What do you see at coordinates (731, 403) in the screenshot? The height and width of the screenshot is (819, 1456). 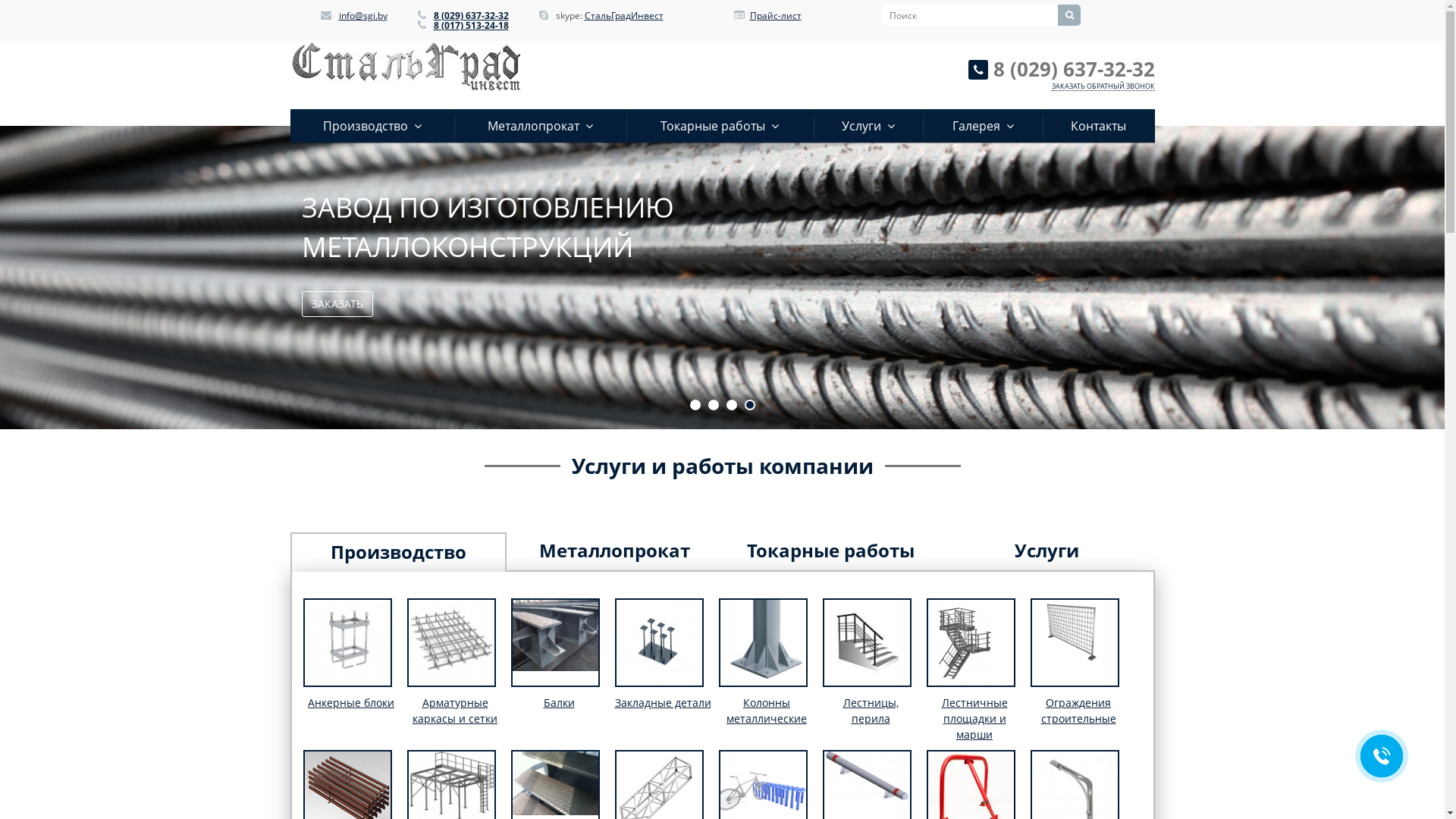 I see `'3'` at bounding box center [731, 403].